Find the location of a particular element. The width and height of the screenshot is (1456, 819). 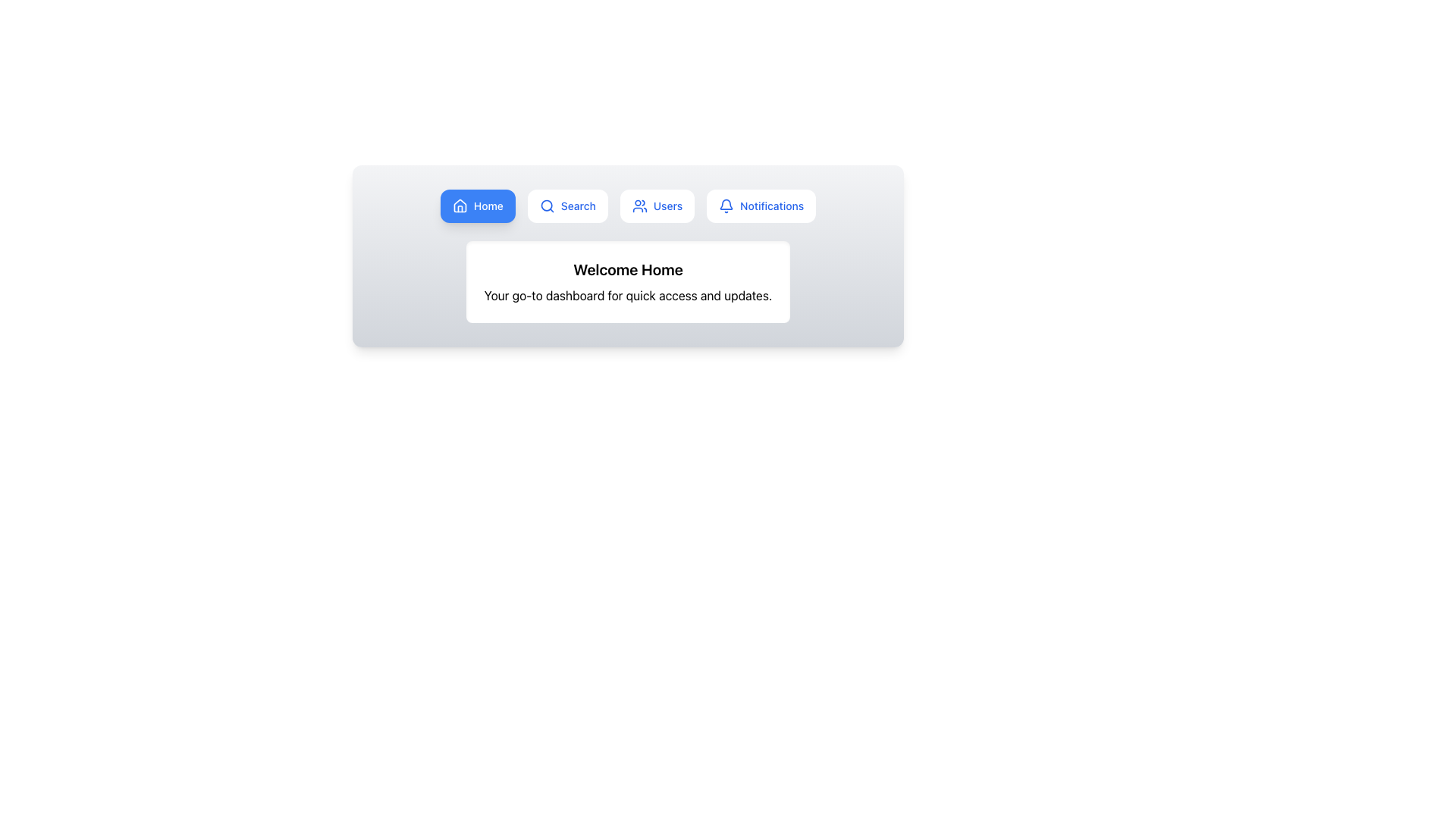

the first button on the left in the horizontal row of four buttons is located at coordinates (477, 206).